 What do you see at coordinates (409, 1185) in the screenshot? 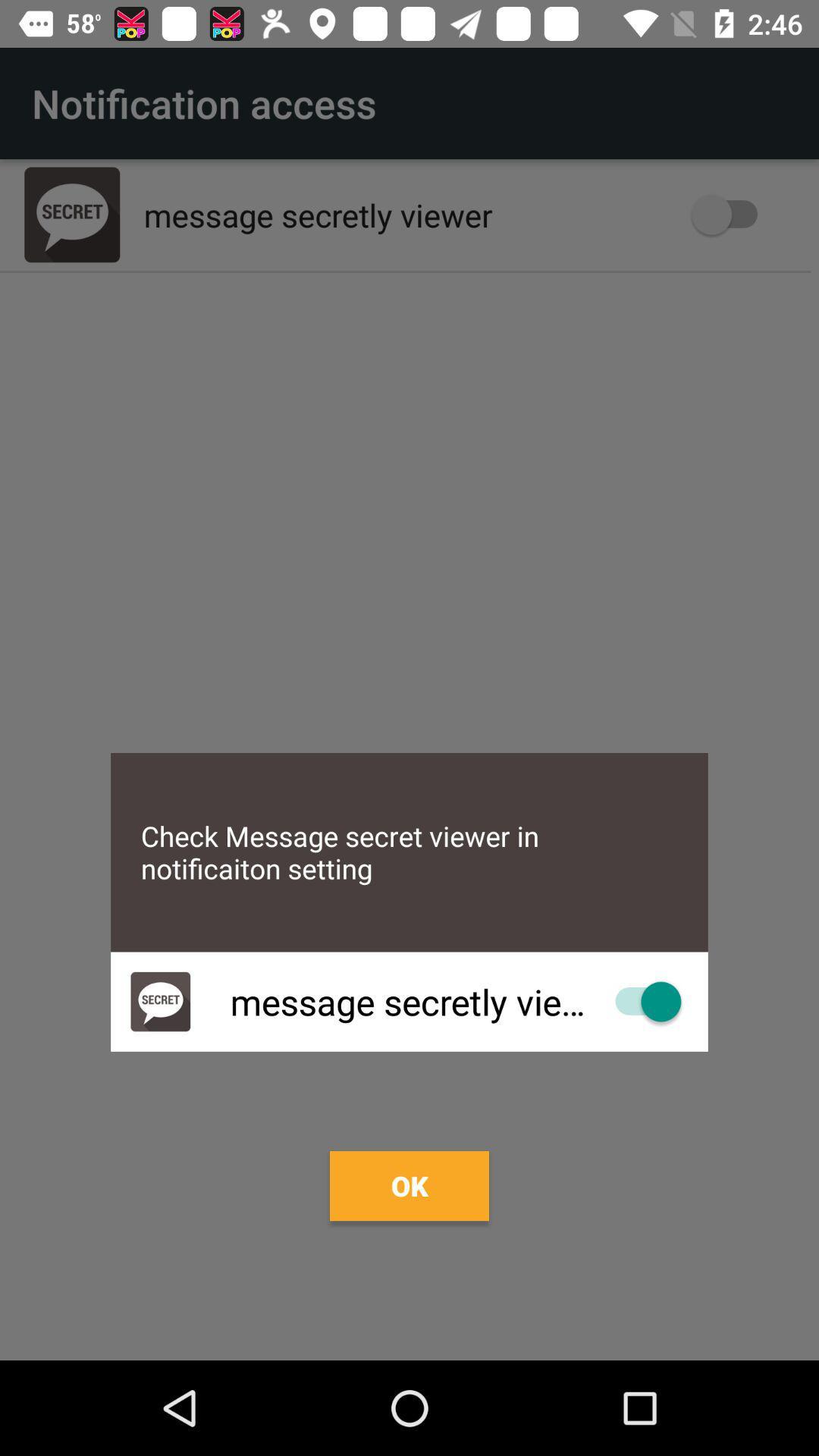
I see `the ok icon` at bounding box center [409, 1185].